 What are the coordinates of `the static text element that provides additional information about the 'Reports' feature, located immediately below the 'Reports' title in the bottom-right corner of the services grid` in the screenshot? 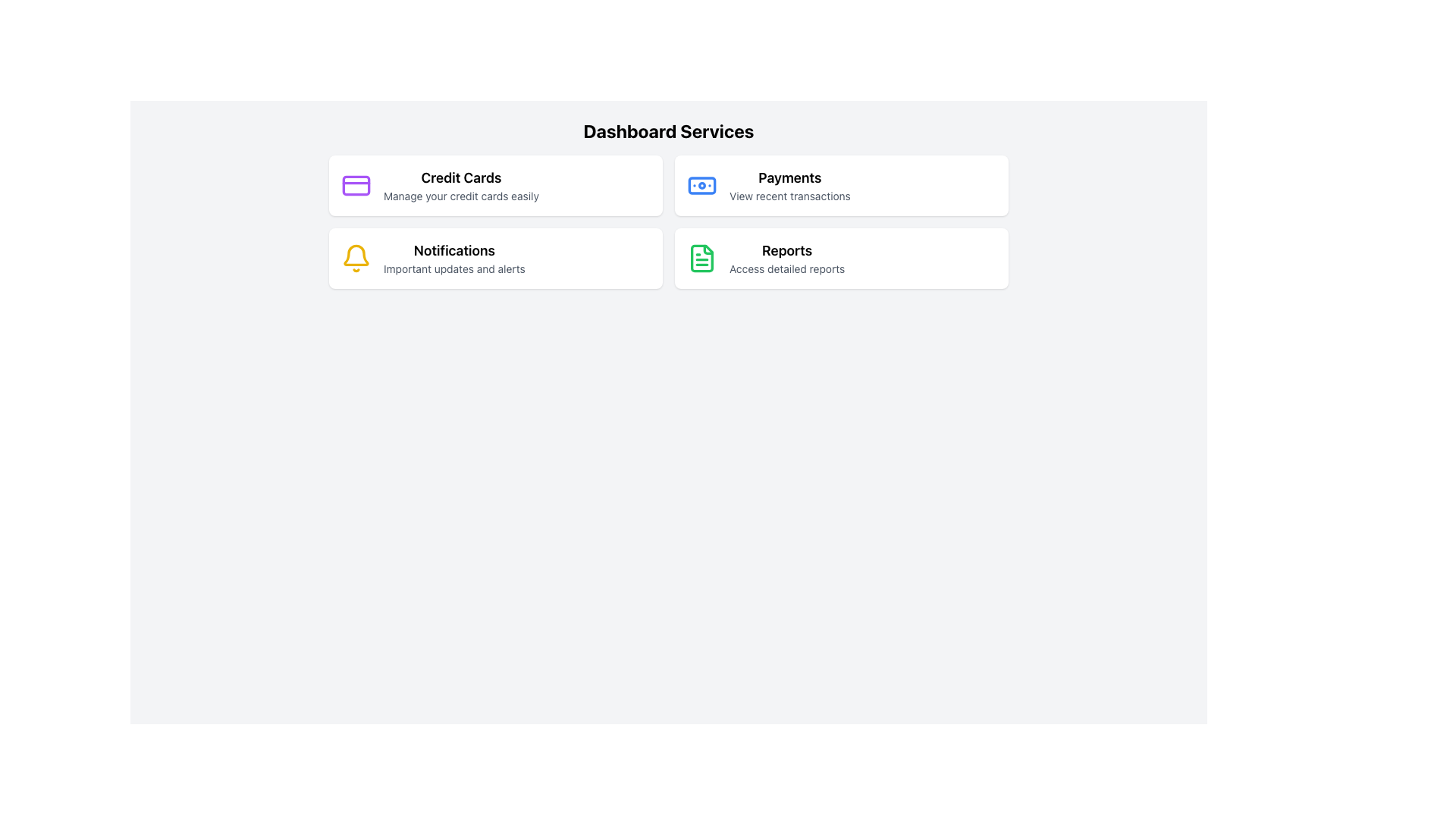 It's located at (787, 268).